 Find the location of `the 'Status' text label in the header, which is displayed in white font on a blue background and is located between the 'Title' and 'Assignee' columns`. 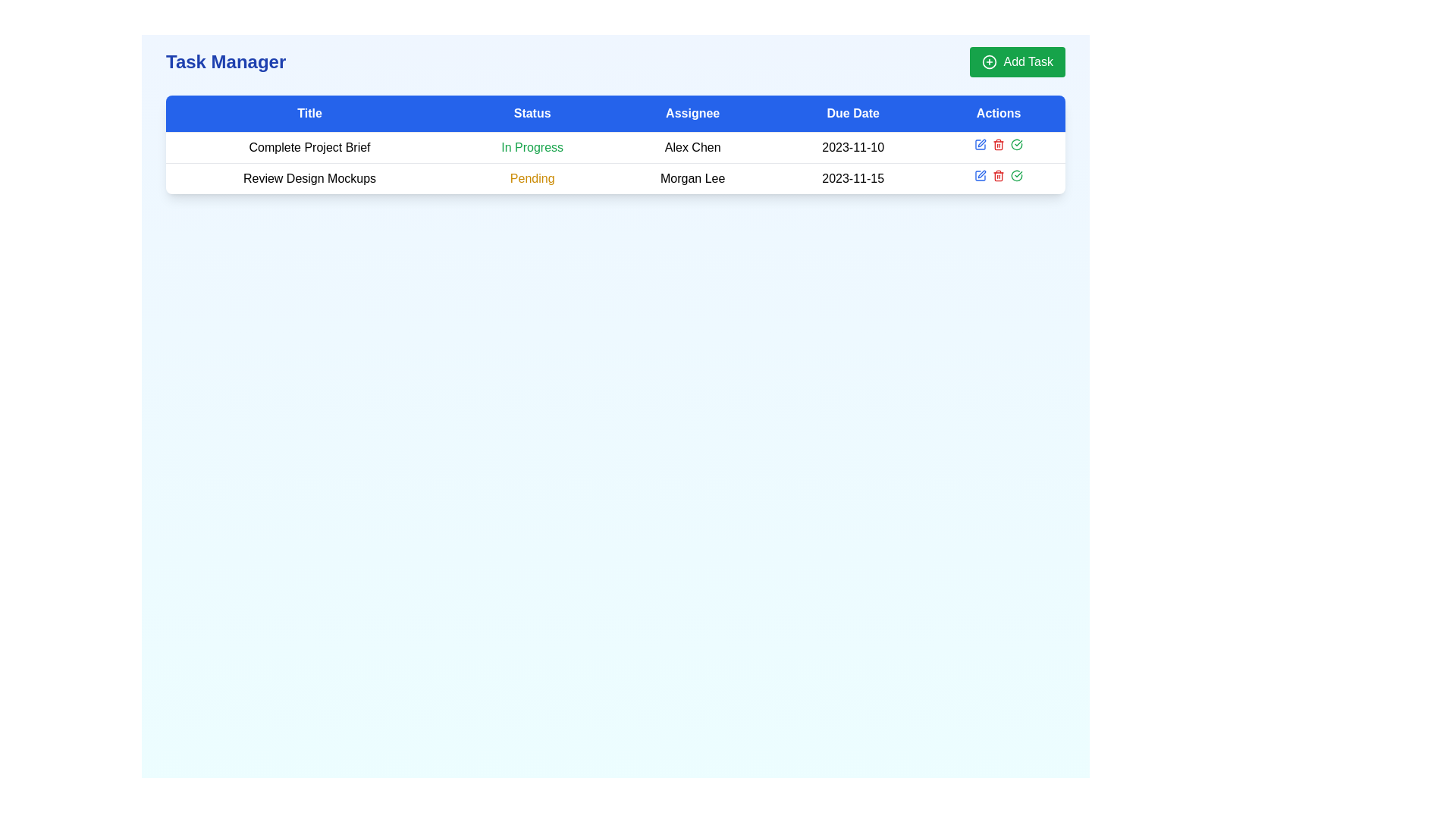

the 'Status' text label in the header, which is displayed in white font on a blue background and is located between the 'Title' and 'Assignee' columns is located at coordinates (532, 113).